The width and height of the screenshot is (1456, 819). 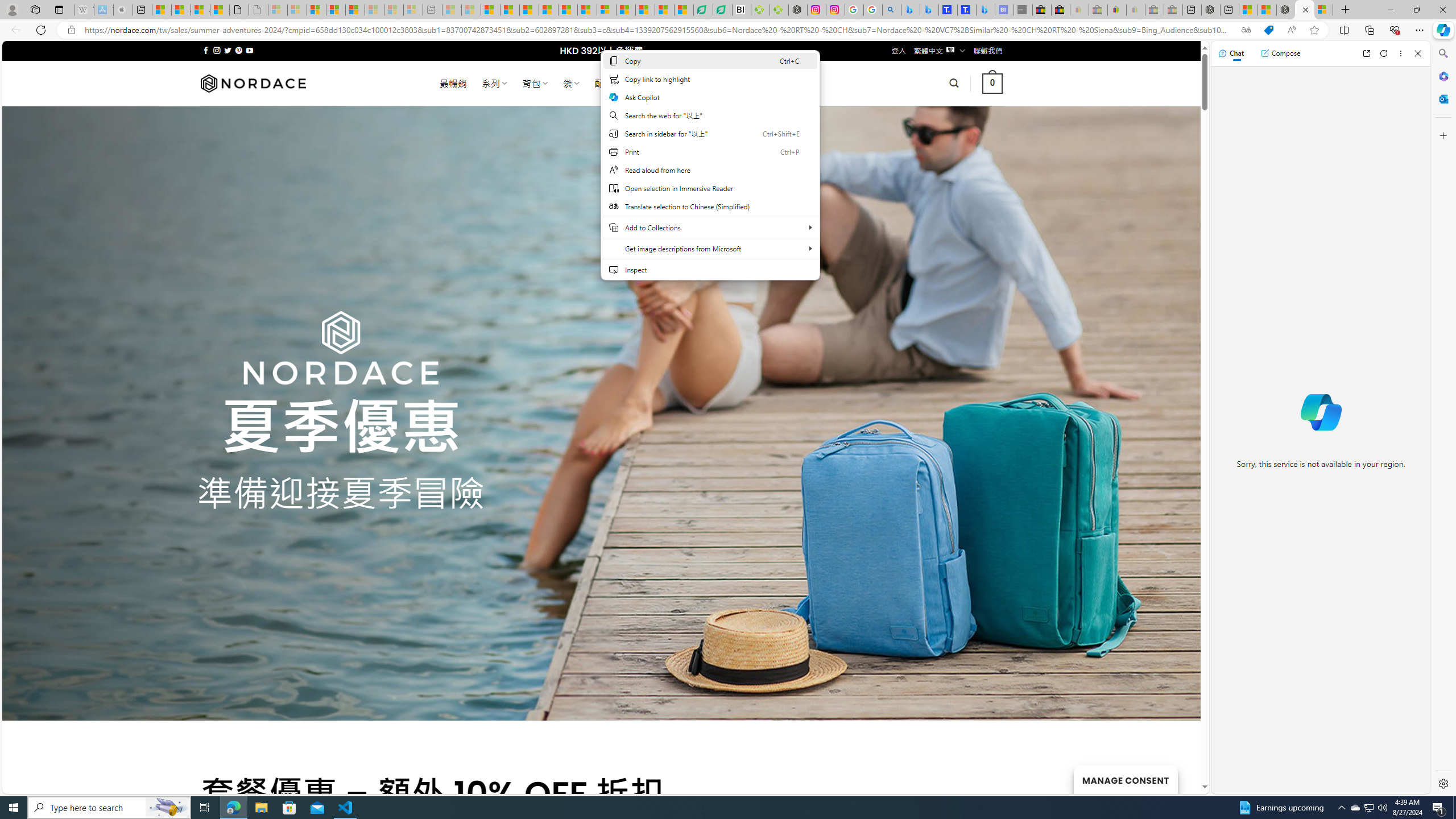 I want to click on 'Food and Drink - MSN', so click(x=510, y=9).